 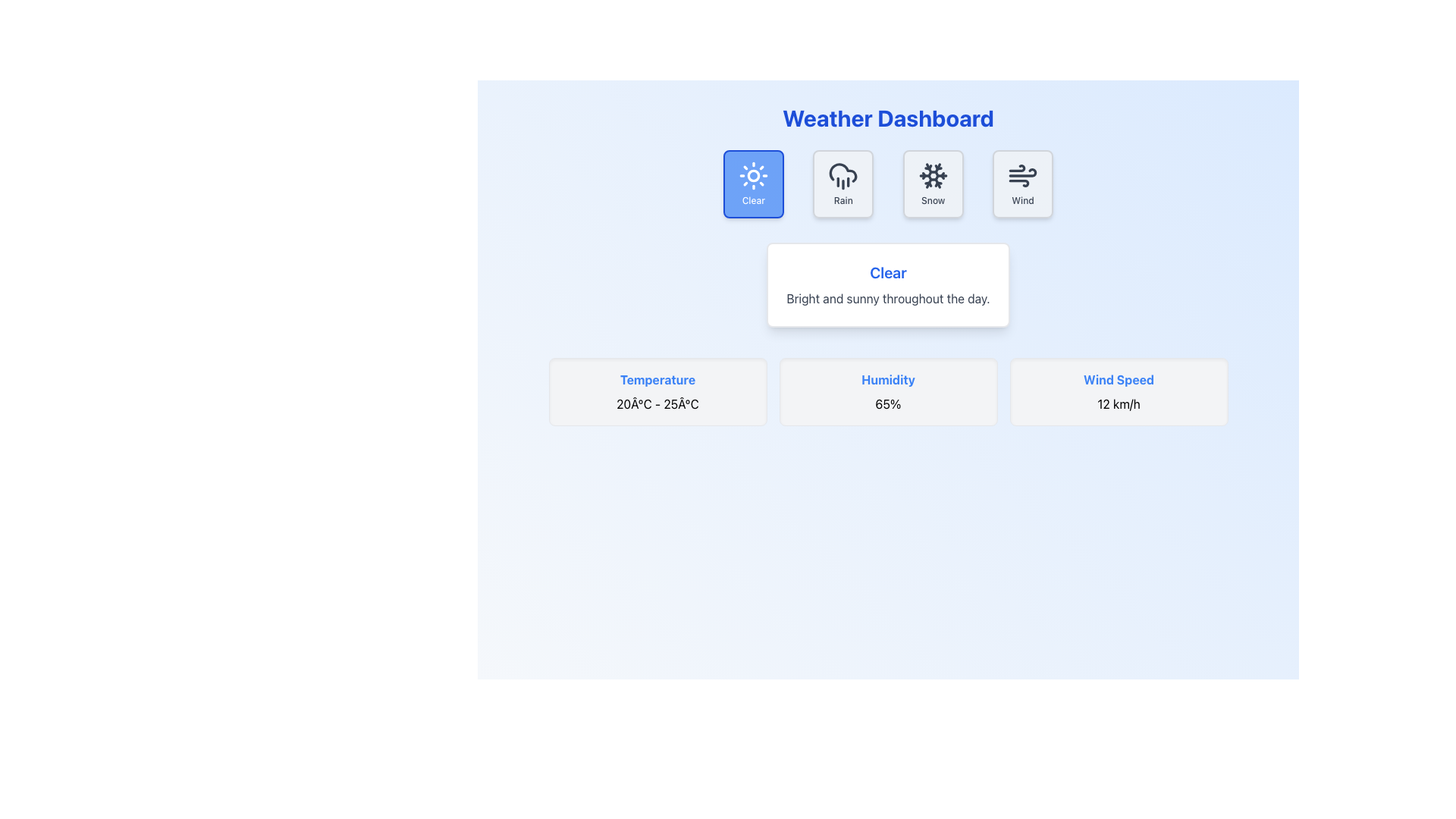 What do you see at coordinates (843, 171) in the screenshot?
I see `the cloud with rain icon, which is the second button from the left in the weather condition buttons row below the 'Weather Dashboard' title` at bounding box center [843, 171].